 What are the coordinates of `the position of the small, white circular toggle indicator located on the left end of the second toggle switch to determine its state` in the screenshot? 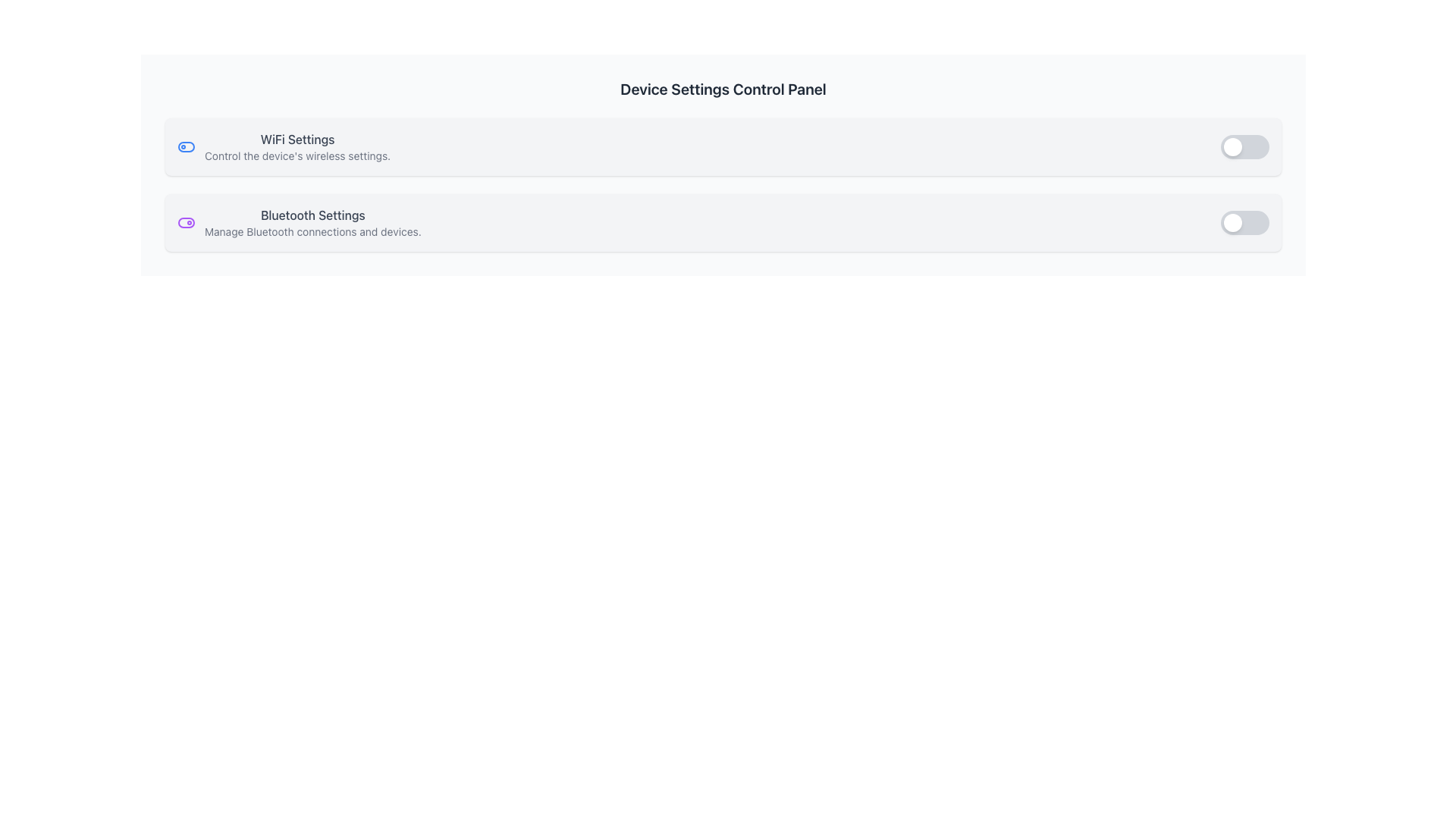 It's located at (1233, 222).